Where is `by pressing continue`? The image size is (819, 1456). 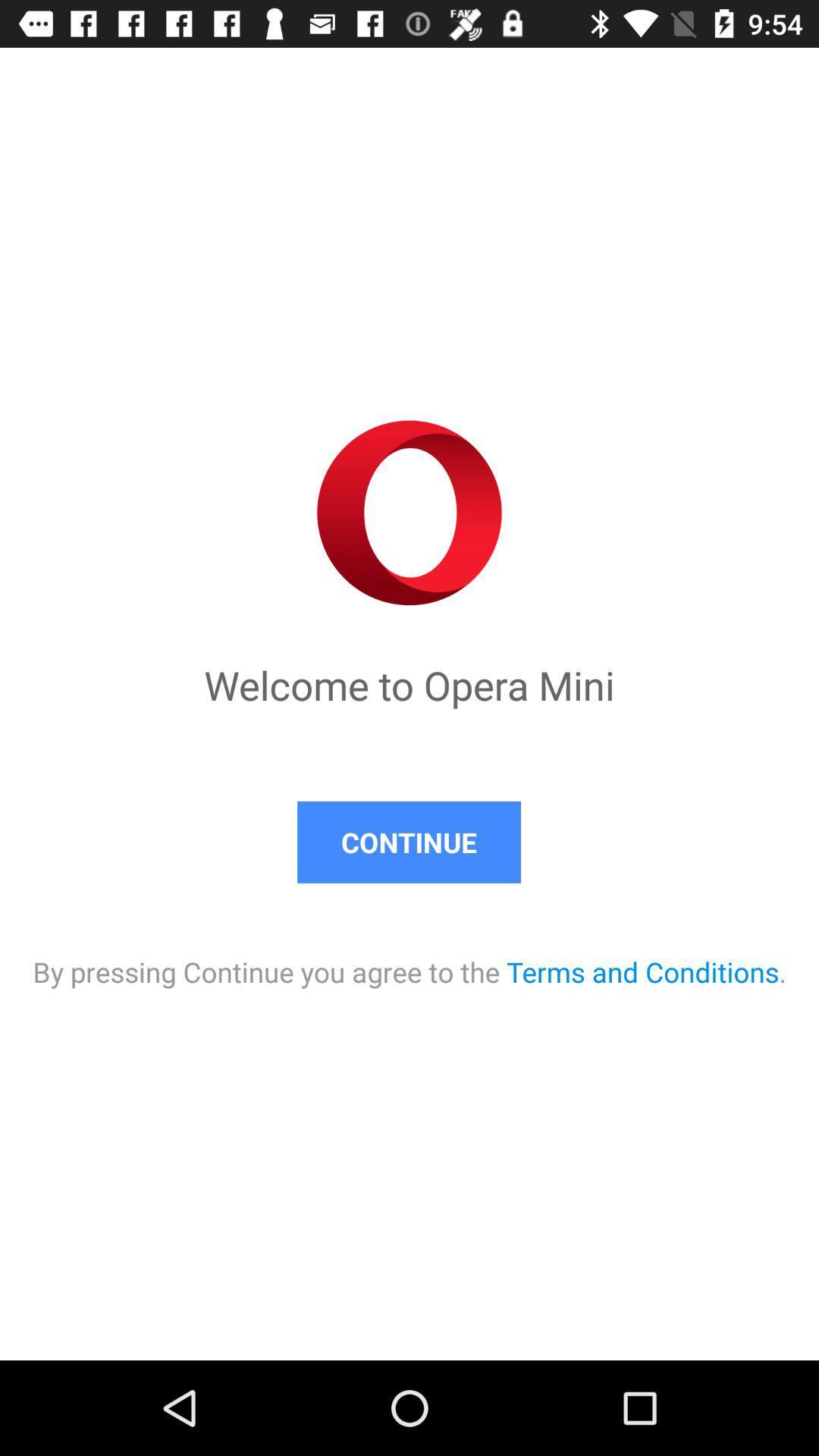 by pressing continue is located at coordinates (409, 955).